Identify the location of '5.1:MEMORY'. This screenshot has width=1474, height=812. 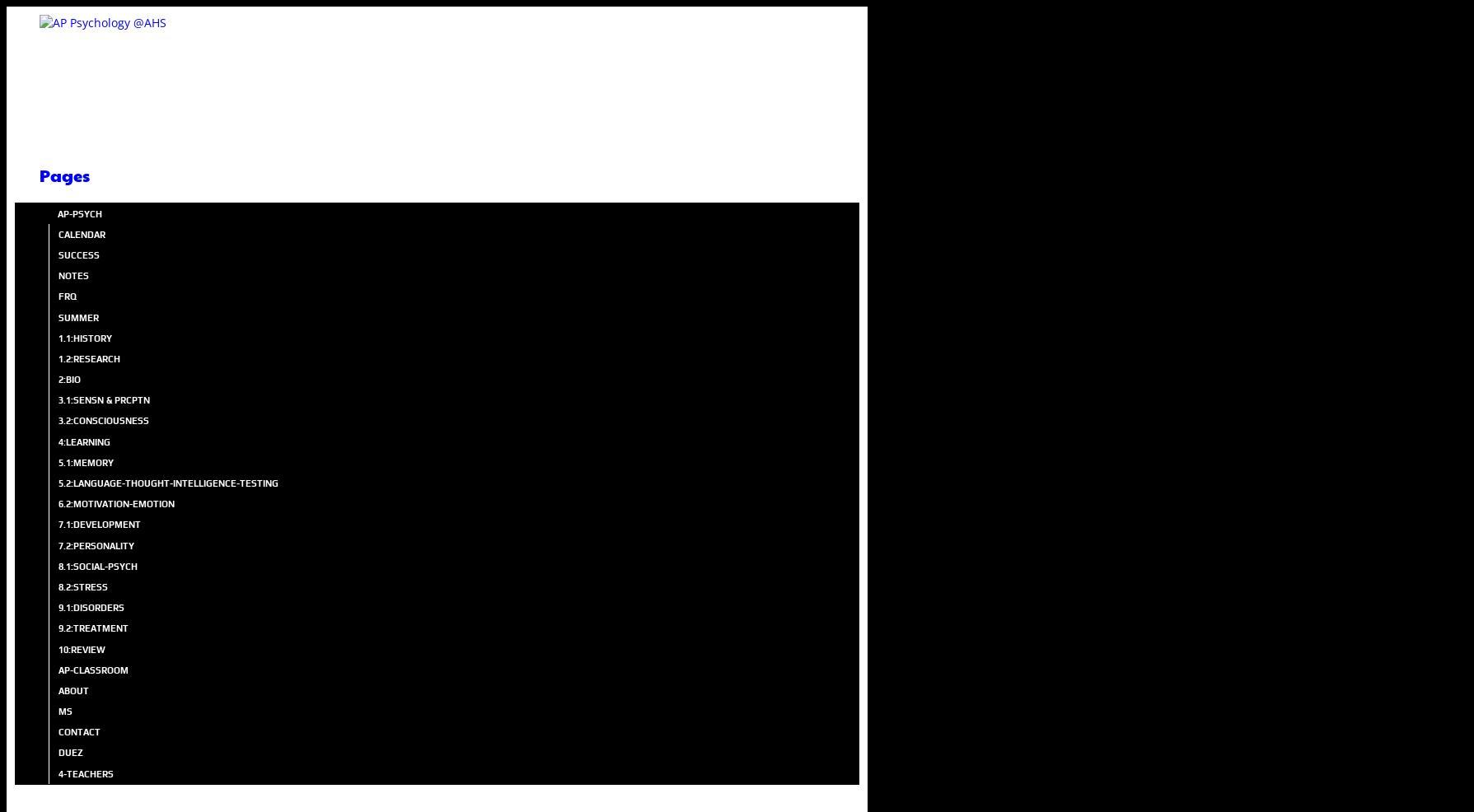
(58, 461).